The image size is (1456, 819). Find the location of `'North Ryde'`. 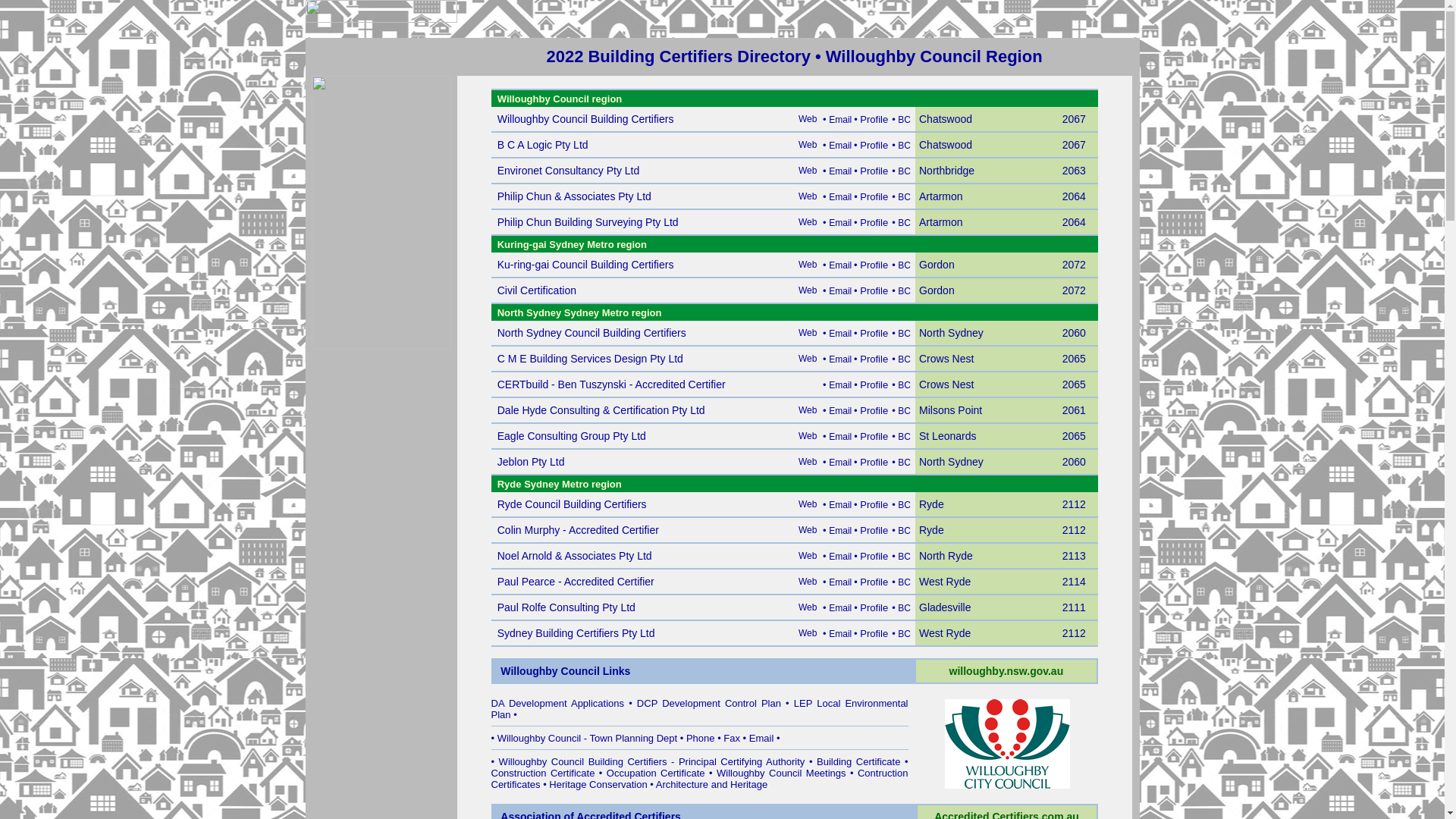

'North Ryde' is located at coordinates (945, 556).